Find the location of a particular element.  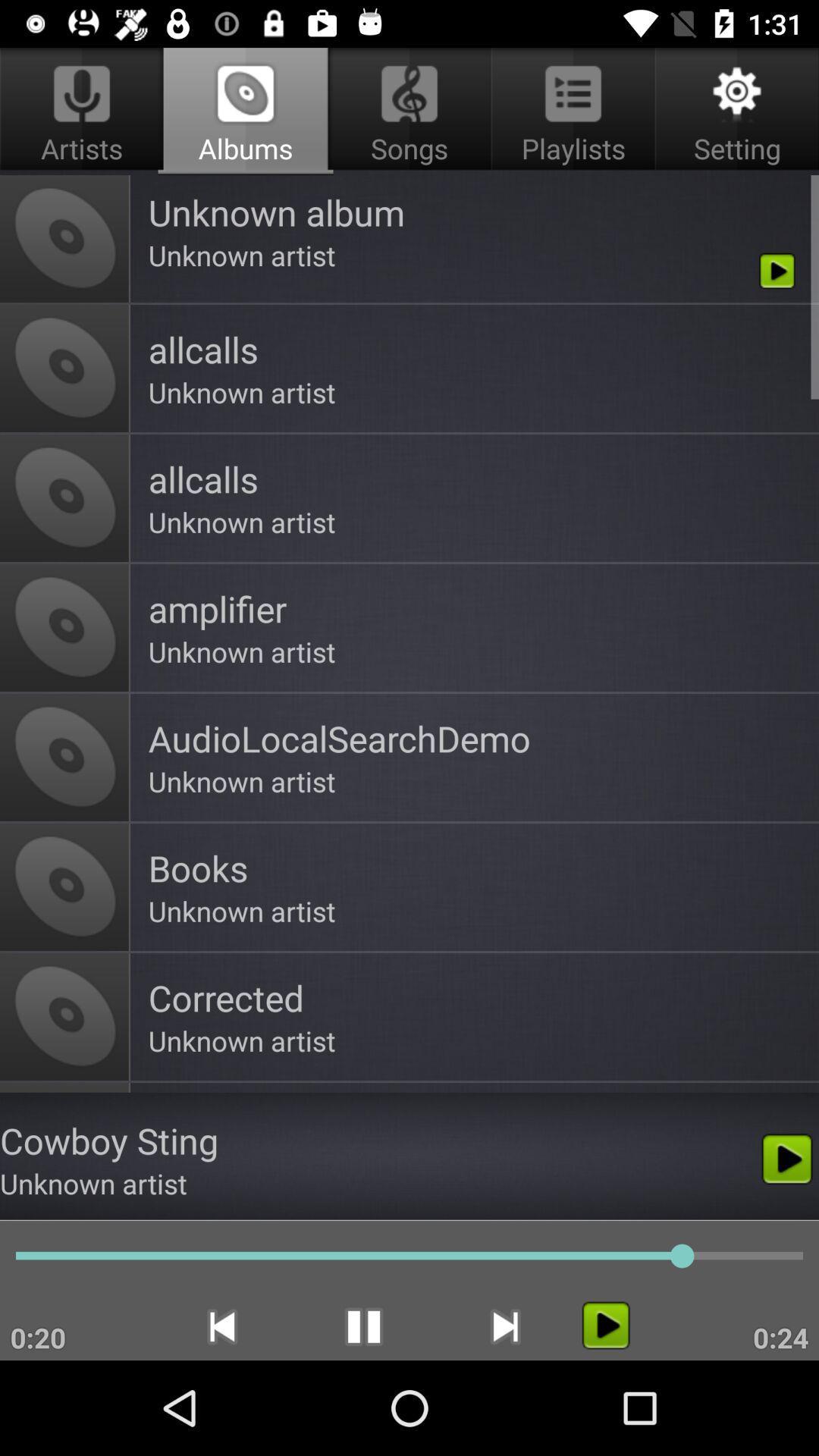

play is located at coordinates (605, 1324).